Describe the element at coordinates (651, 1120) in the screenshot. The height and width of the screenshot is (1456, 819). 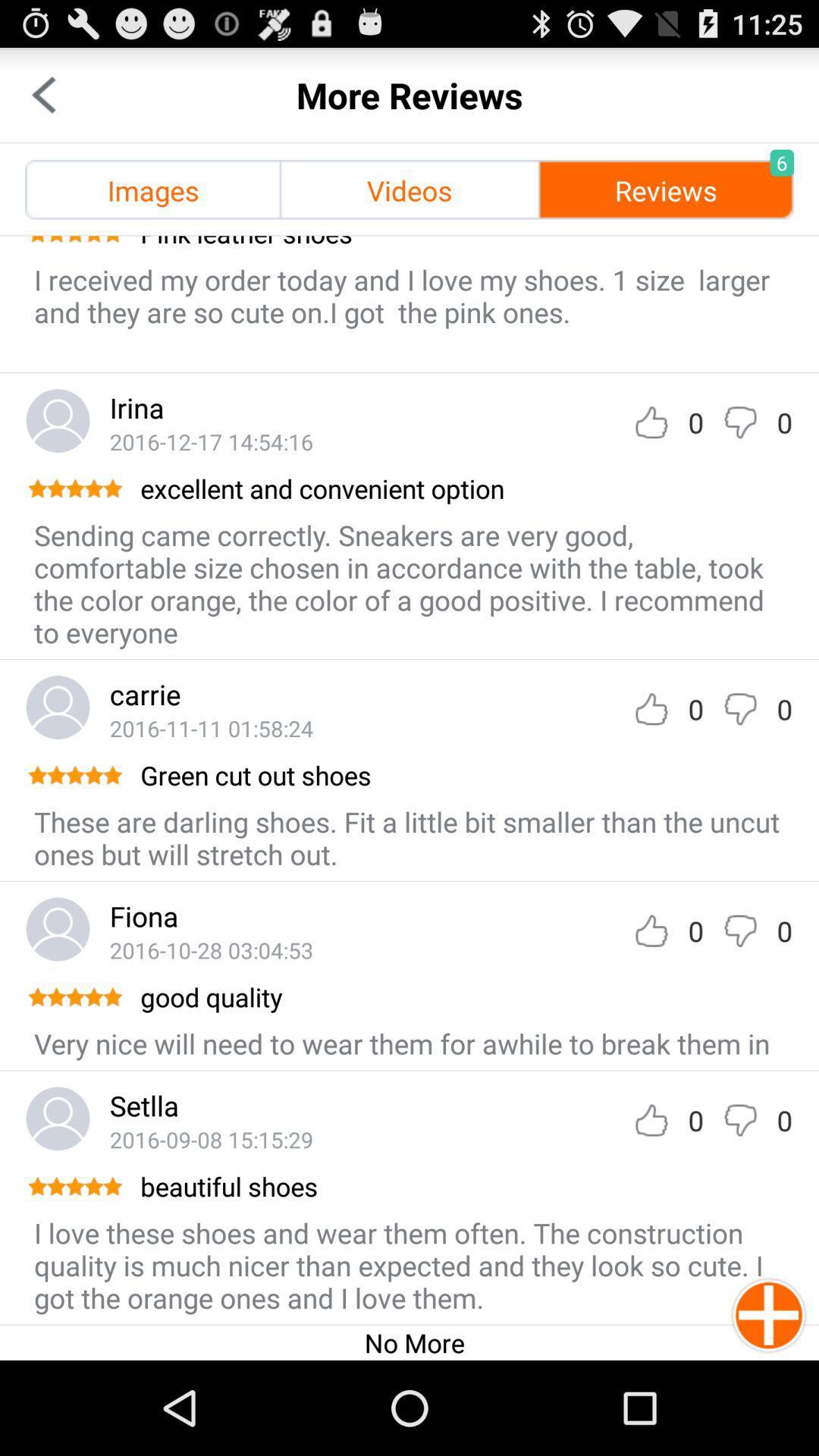
I see `like review` at that location.